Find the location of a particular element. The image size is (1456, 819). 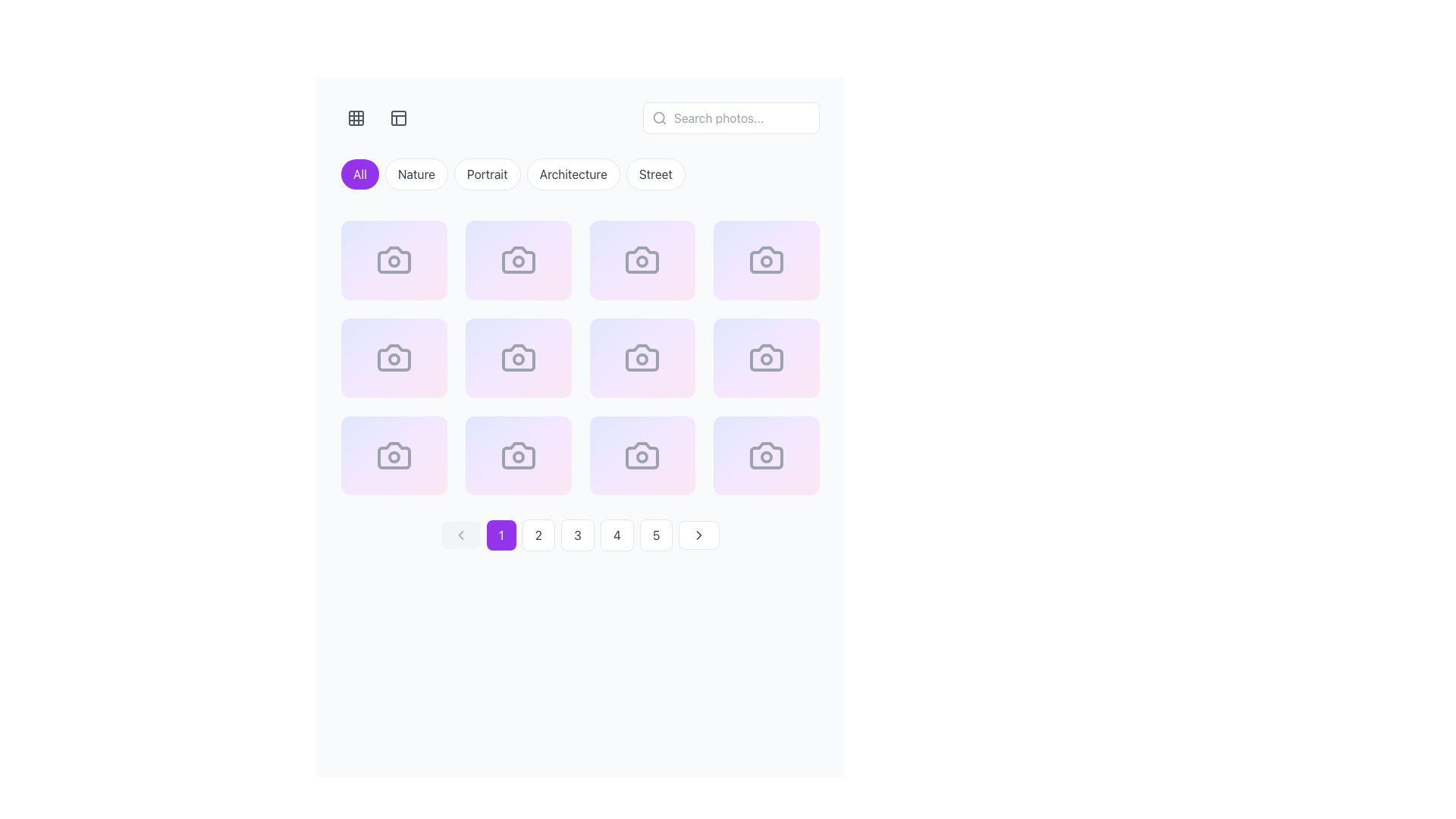

the circular, eye-like SVG element located in the center of the eleventh item in a 4x3 grid layout is located at coordinates (559, 469).